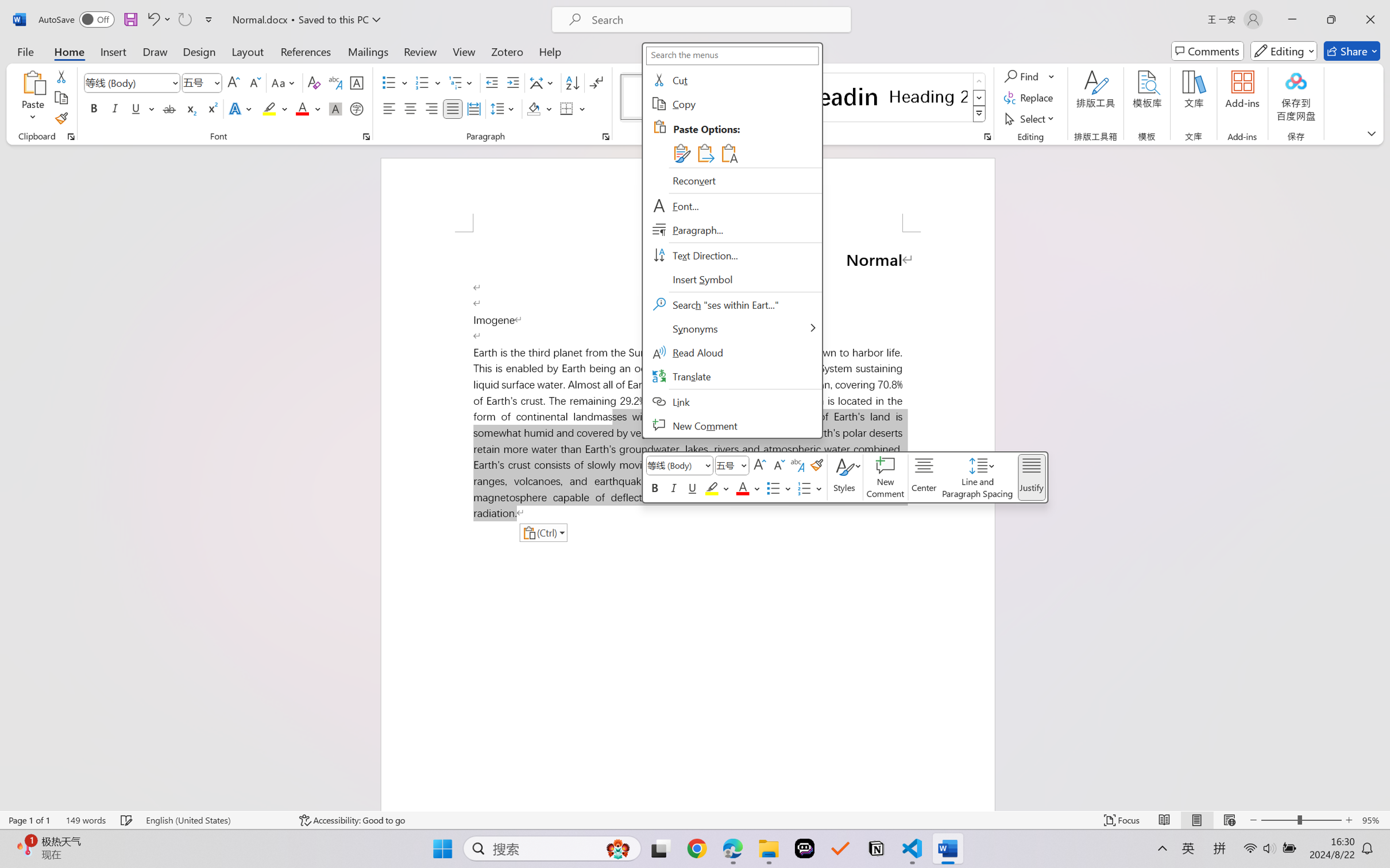 The image size is (1390, 868). Describe the element at coordinates (492, 83) in the screenshot. I see `'Decrease Indent'` at that location.